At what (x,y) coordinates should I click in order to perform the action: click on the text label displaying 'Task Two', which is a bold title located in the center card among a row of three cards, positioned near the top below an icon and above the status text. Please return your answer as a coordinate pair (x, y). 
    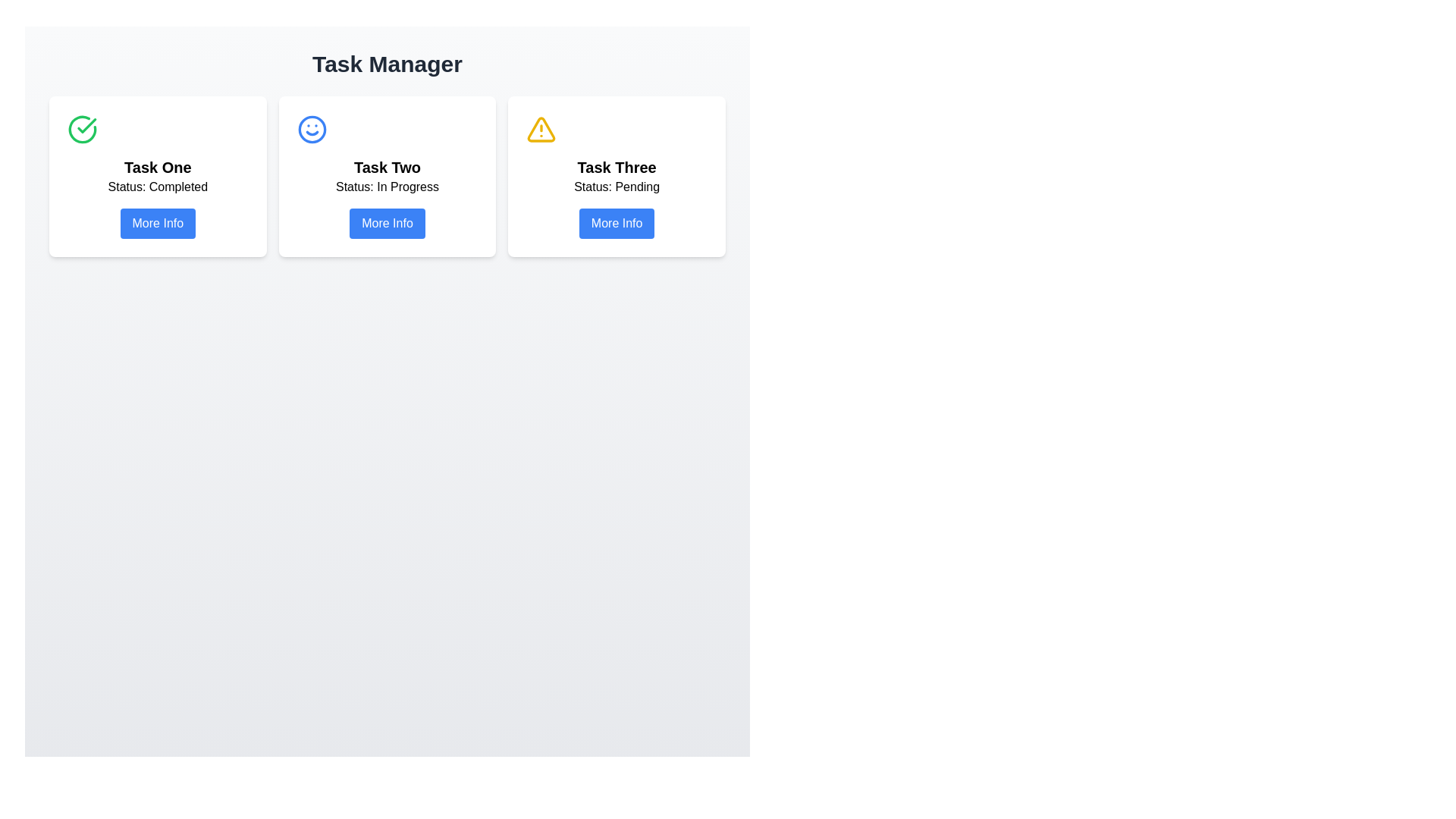
    Looking at the image, I should click on (387, 167).